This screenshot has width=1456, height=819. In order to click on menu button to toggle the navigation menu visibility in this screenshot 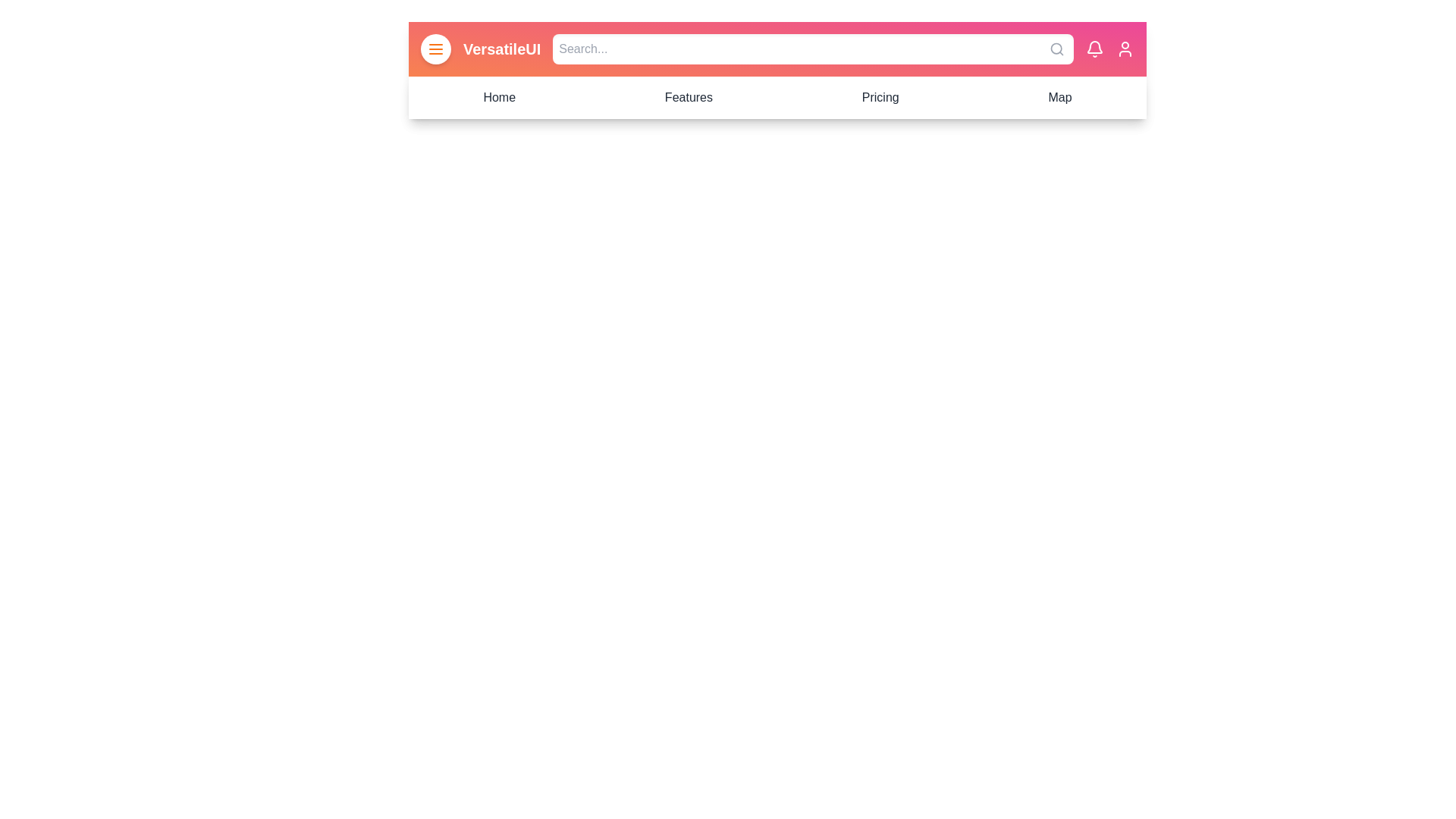, I will do `click(435, 49)`.